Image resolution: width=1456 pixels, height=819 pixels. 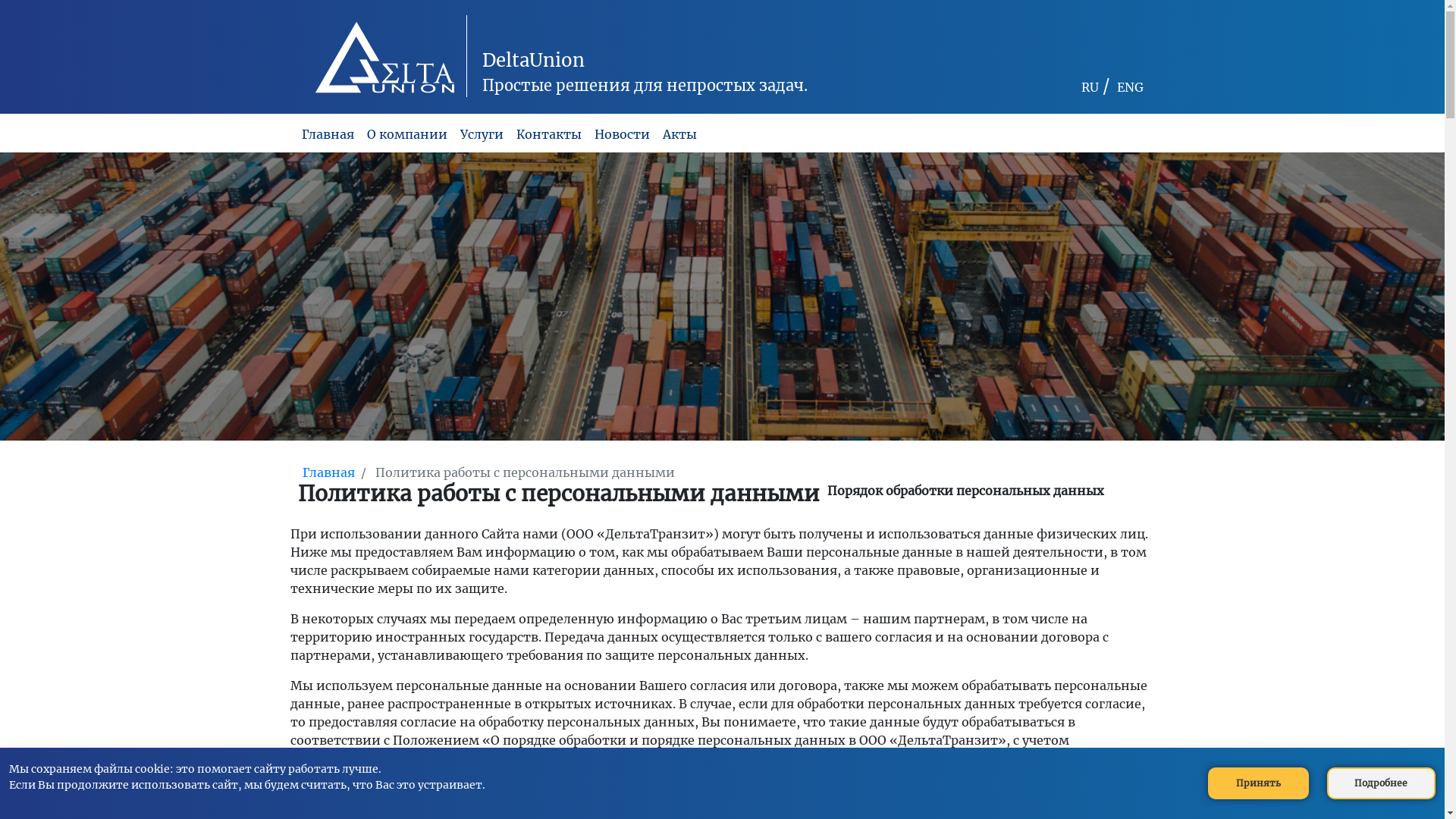 I want to click on 'RU', so click(x=1089, y=87).